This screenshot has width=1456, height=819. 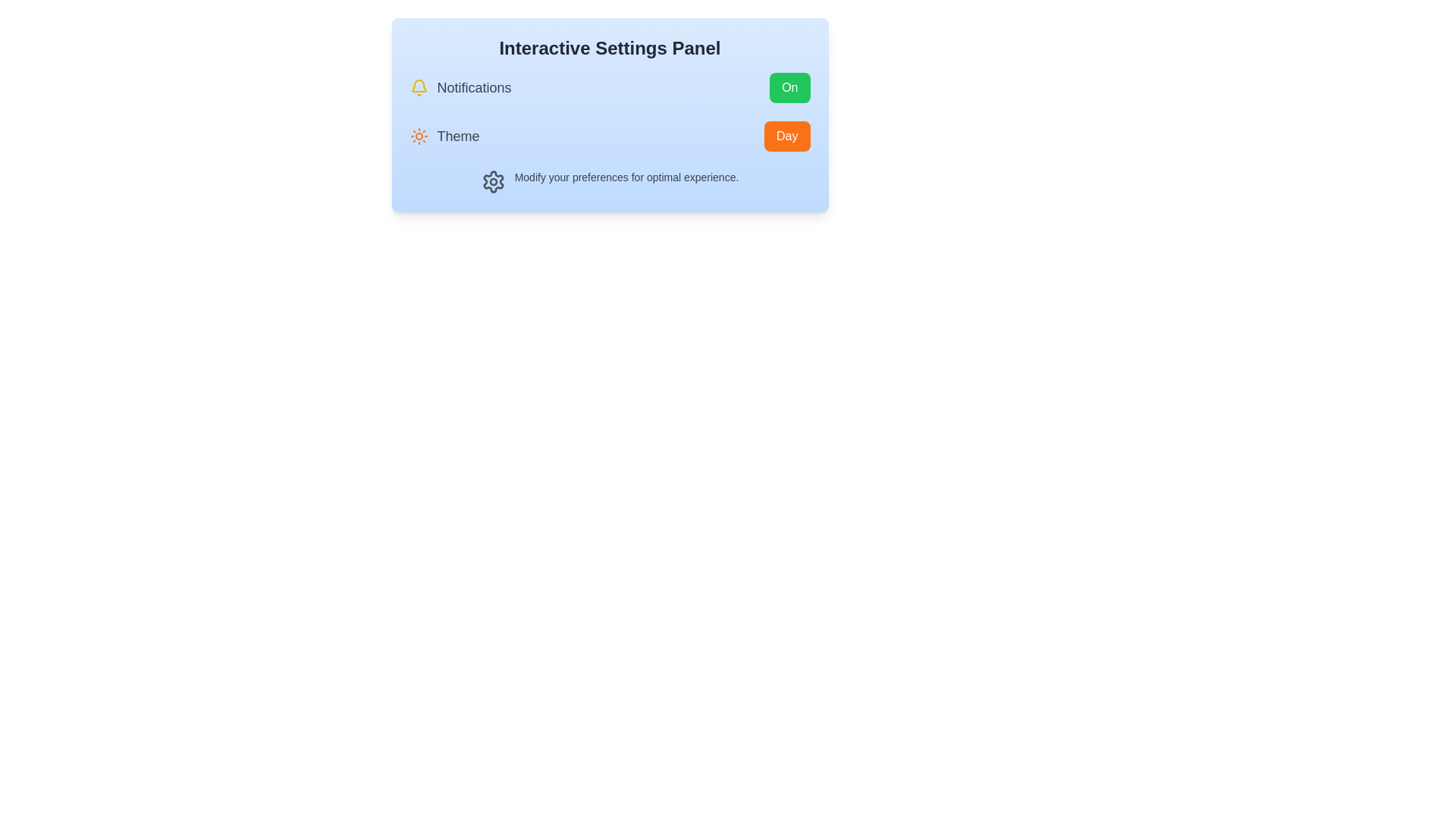 I want to click on the 'Notifications' toggle button, so click(x=789, y=87).